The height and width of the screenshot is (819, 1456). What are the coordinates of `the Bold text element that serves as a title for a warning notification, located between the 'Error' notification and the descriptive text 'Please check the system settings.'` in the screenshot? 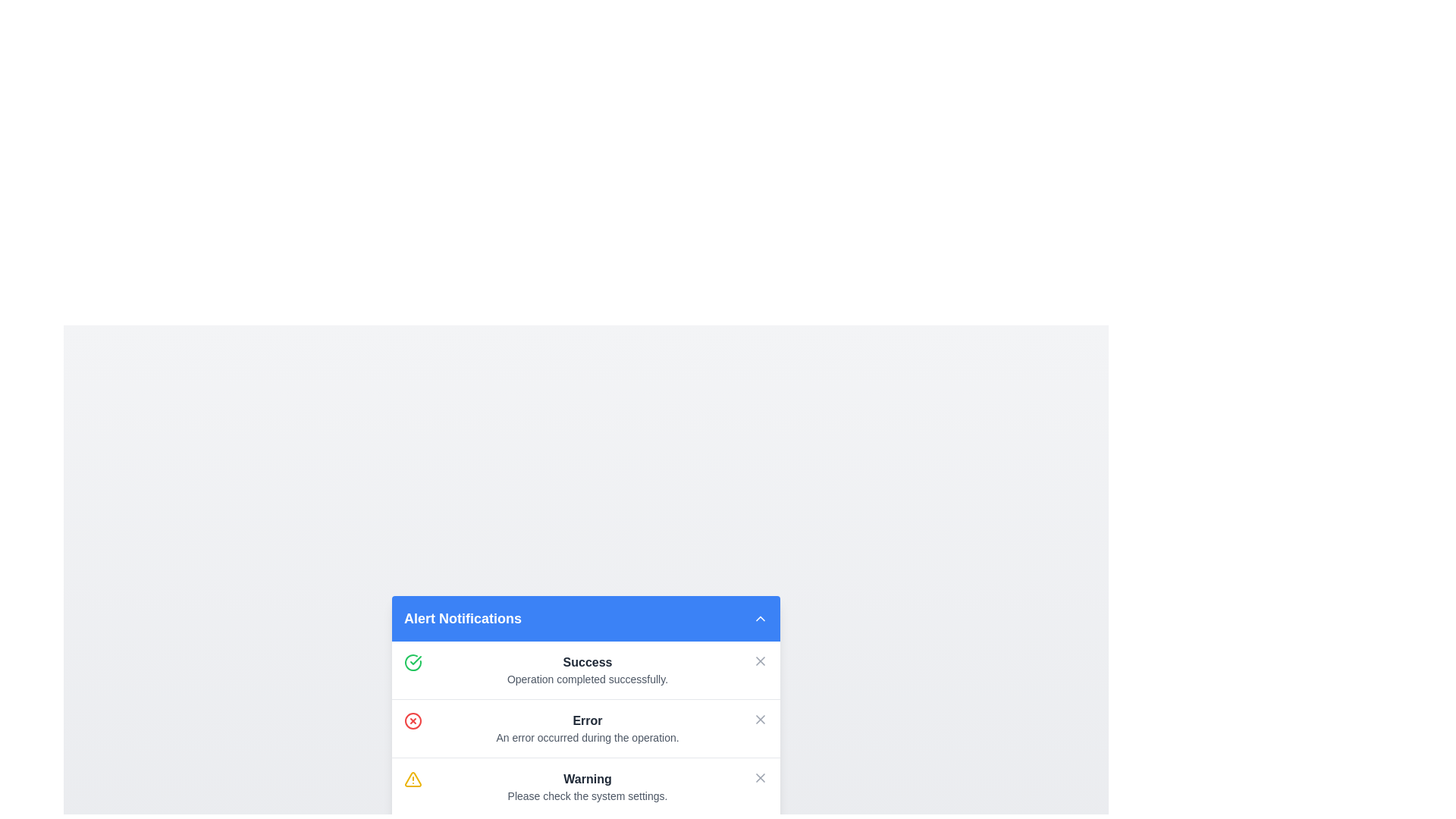 It's located at (586, 778).